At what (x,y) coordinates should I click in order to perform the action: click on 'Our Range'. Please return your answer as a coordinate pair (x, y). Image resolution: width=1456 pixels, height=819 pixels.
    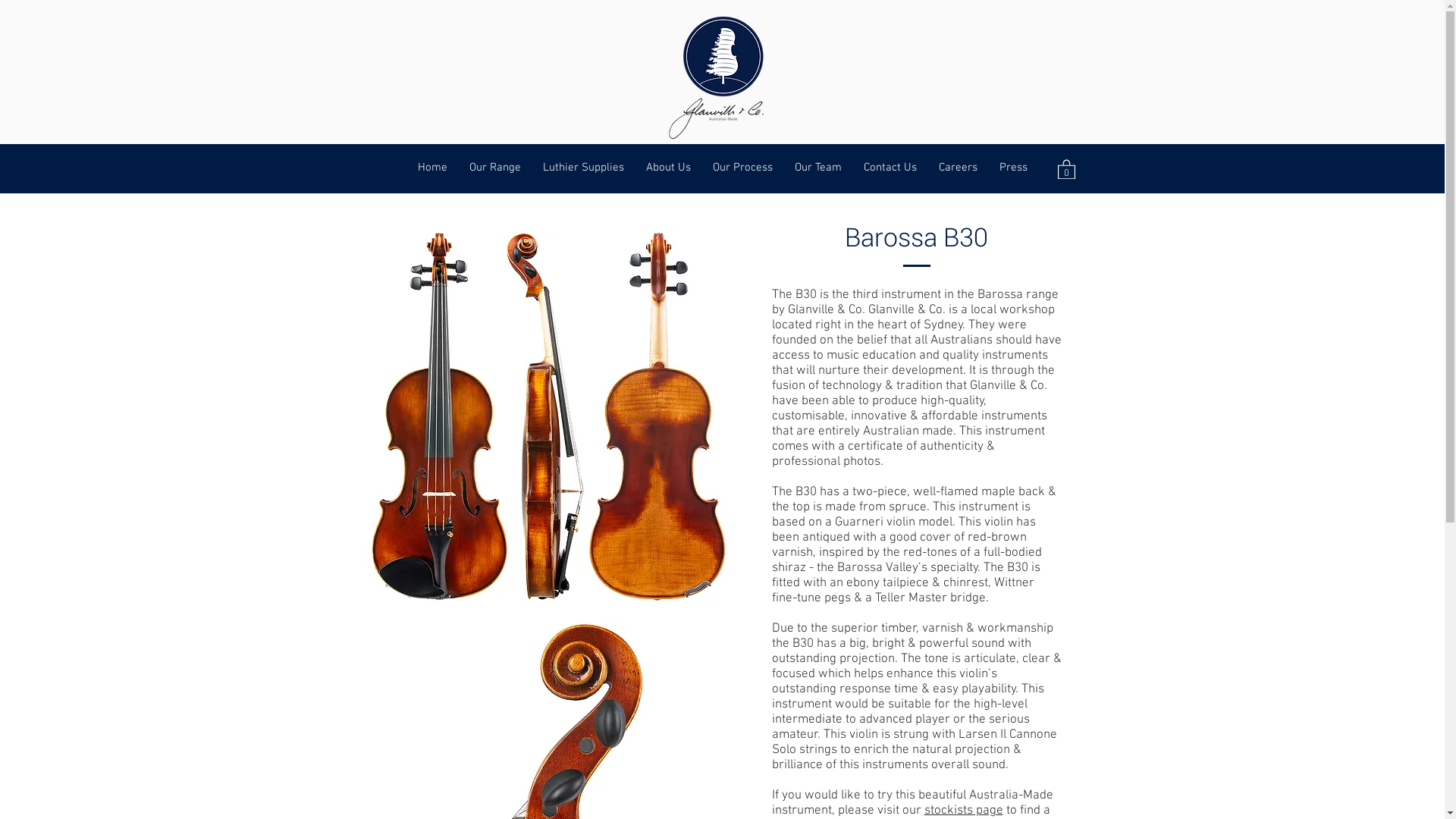
    Looking at the image, I should click on (494, 167).